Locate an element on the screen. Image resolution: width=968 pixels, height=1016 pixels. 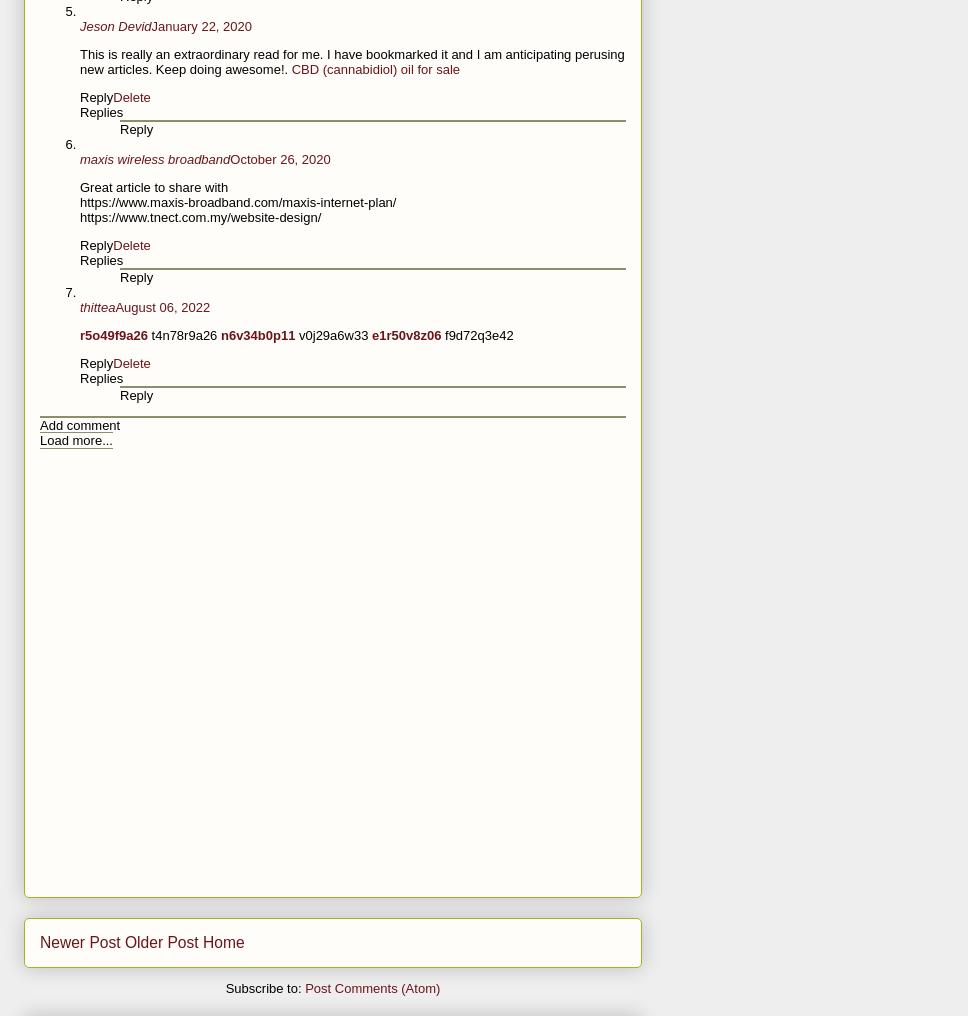
'August 06, 2022' is located at coordinates (162, 306).